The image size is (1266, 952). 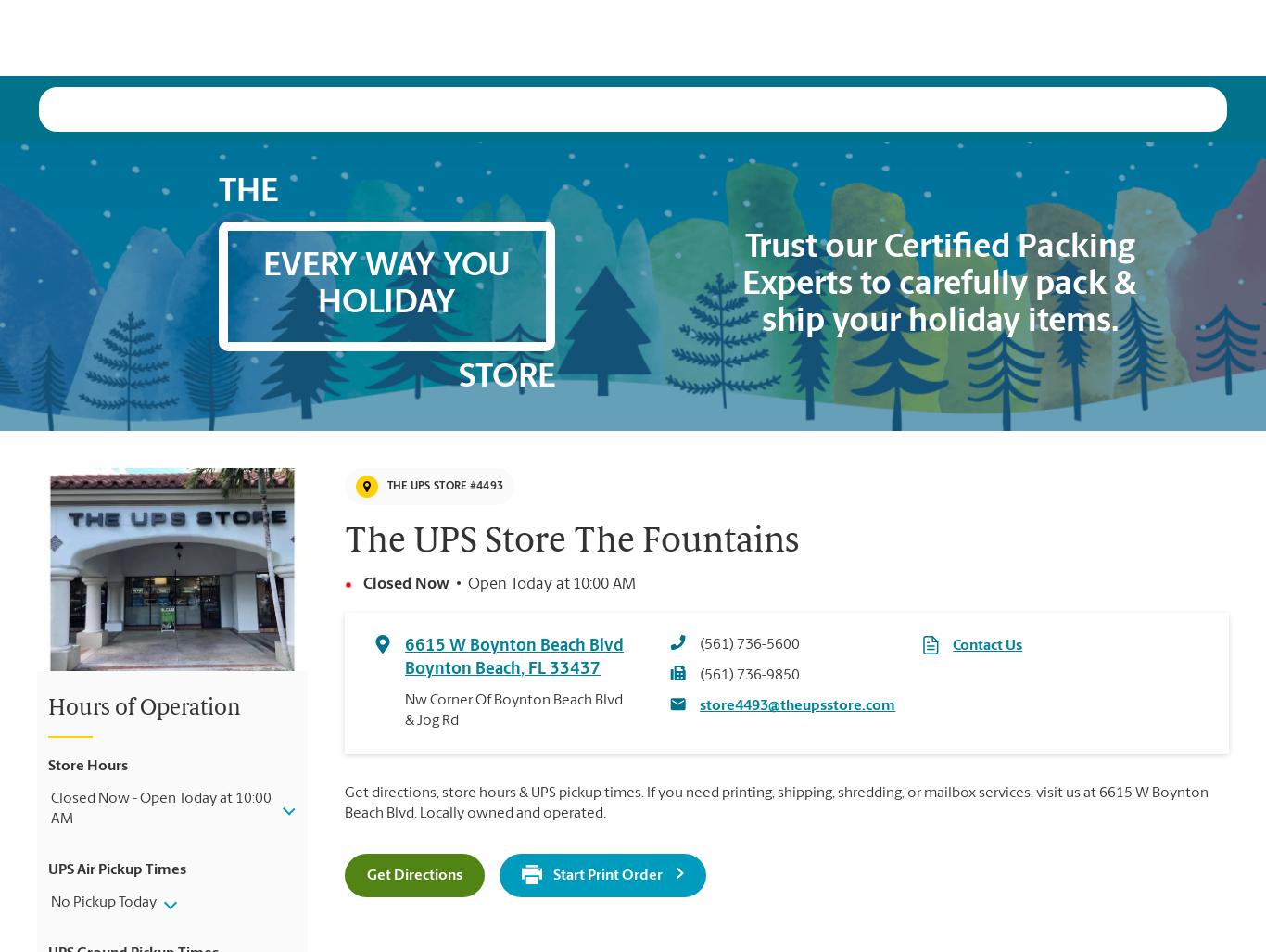 What do you see at coordinates (636, 36) in the screenshot?
I see `'Mailboxes'` at bounding box center [636, 36].